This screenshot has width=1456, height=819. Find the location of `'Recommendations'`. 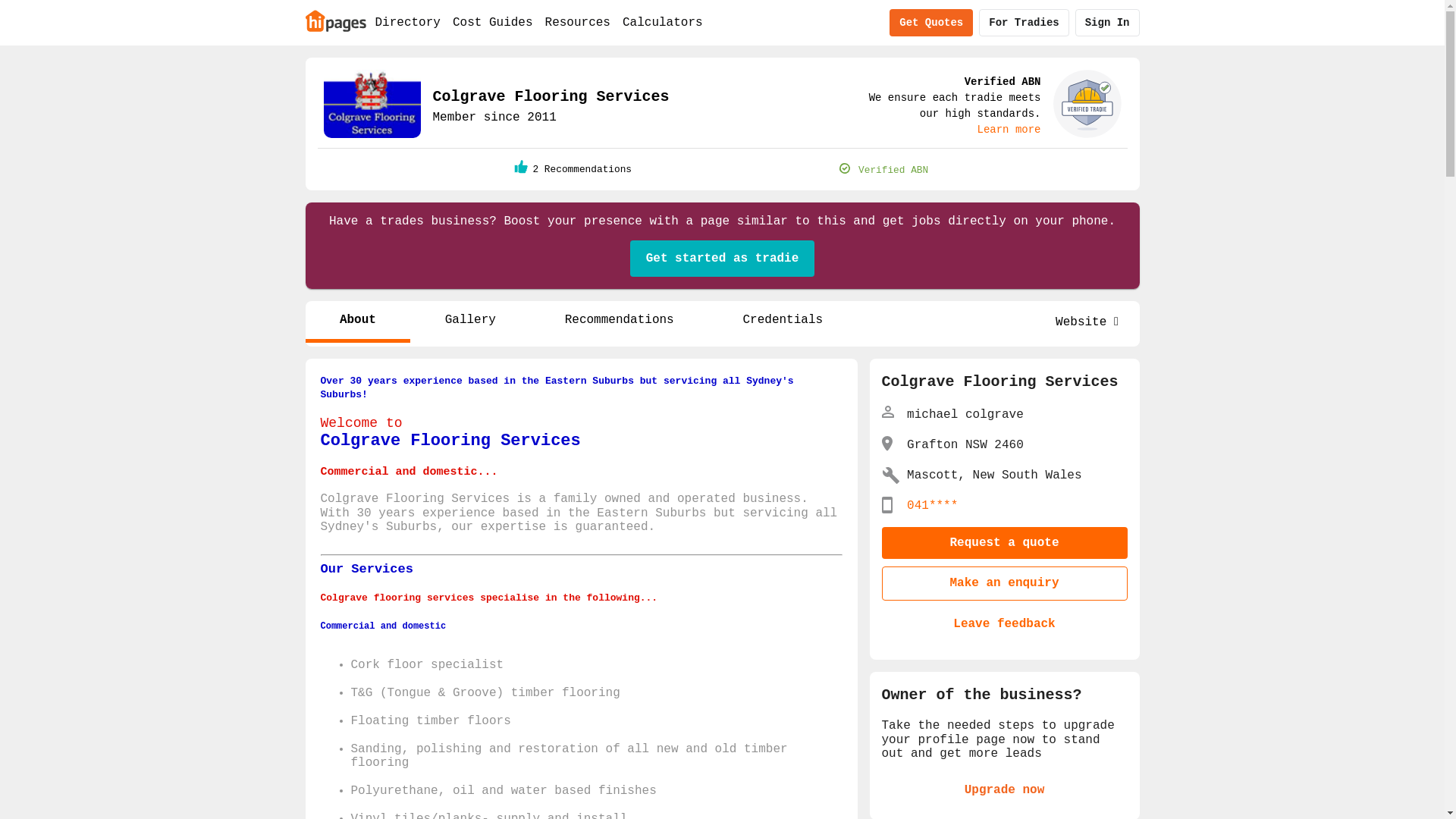

'Recommendations' is located at coordinates (619, 321).